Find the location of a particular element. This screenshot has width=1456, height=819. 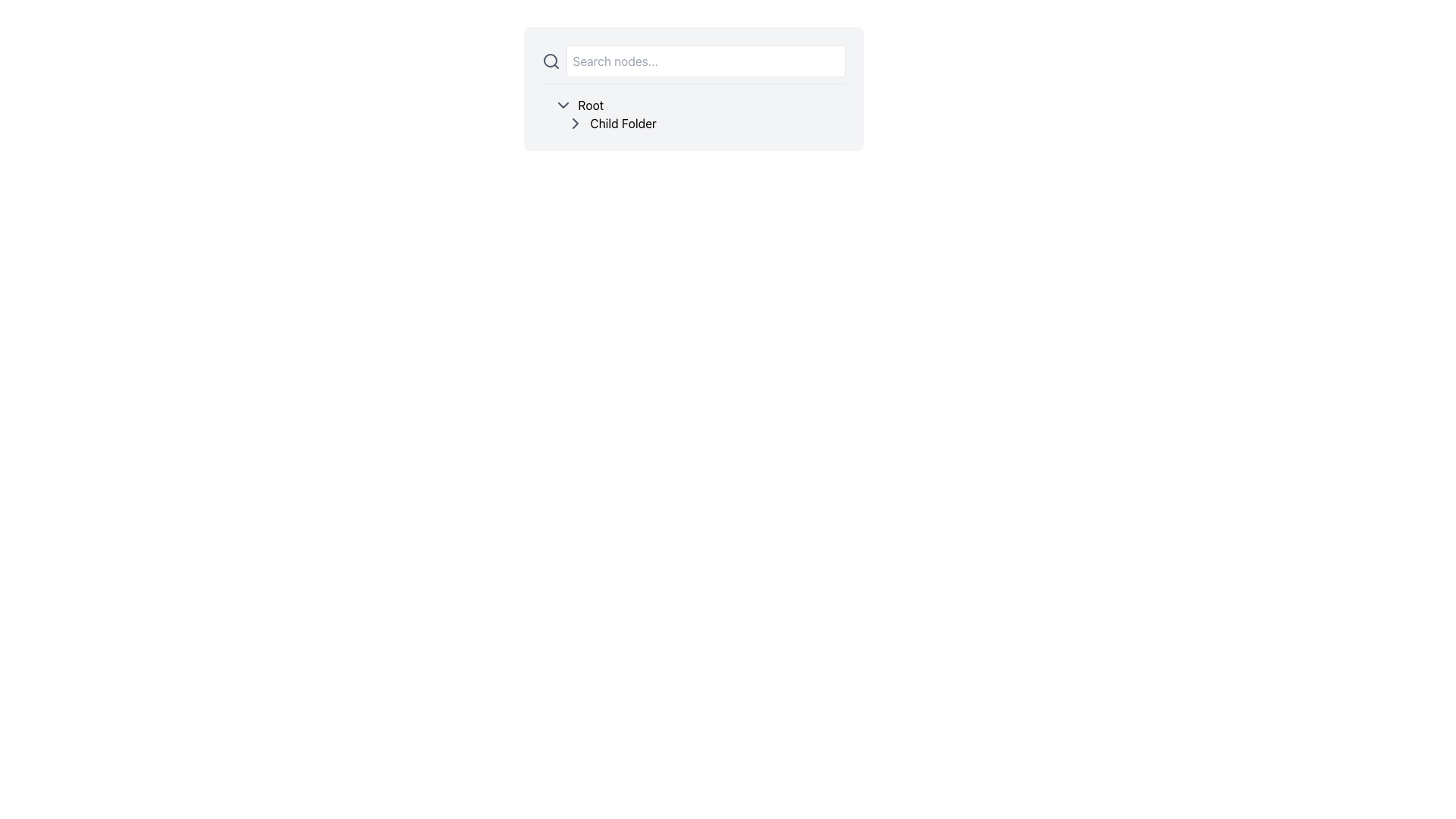

the small circle graphic element located to the left of the magnifying glass icon within the search bar is located at coordinates (549, 60).